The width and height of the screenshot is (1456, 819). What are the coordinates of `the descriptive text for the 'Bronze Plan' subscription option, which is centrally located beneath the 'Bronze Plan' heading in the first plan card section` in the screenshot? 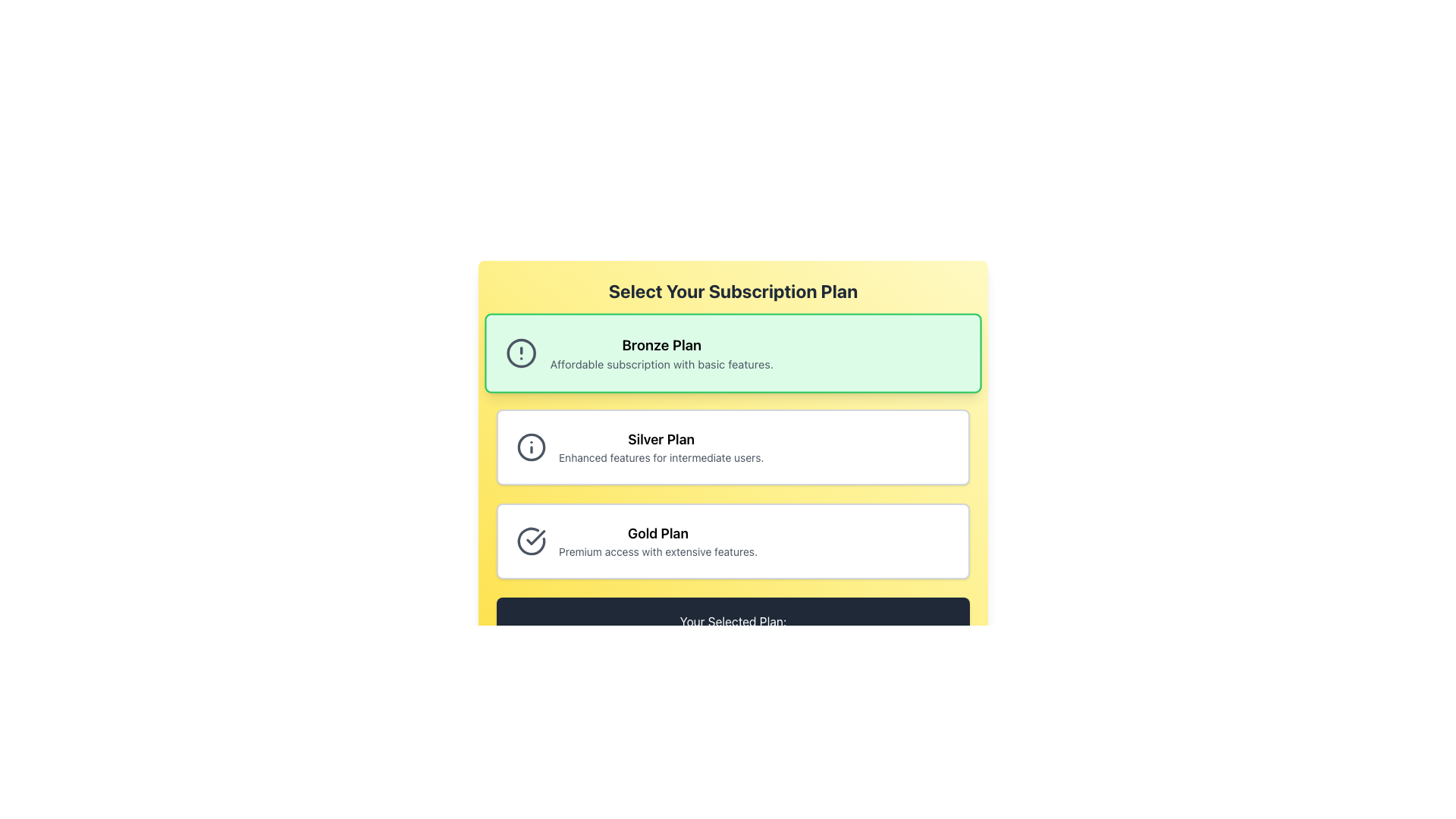 It's located at (661, 364).